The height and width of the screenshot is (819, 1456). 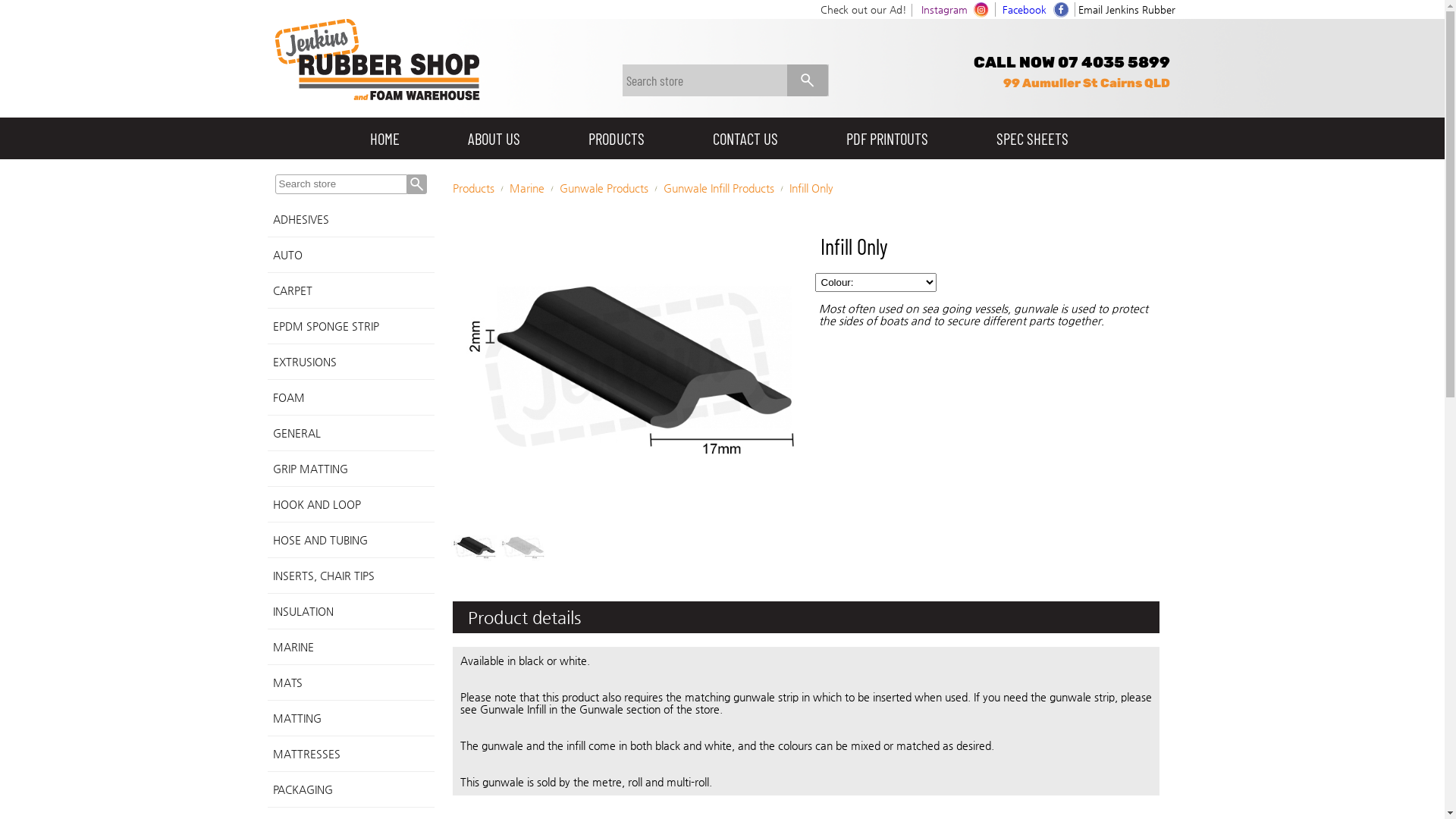 I want to click on '99 Aumuller St Cairns QLD', so click(x=1084, y=83).